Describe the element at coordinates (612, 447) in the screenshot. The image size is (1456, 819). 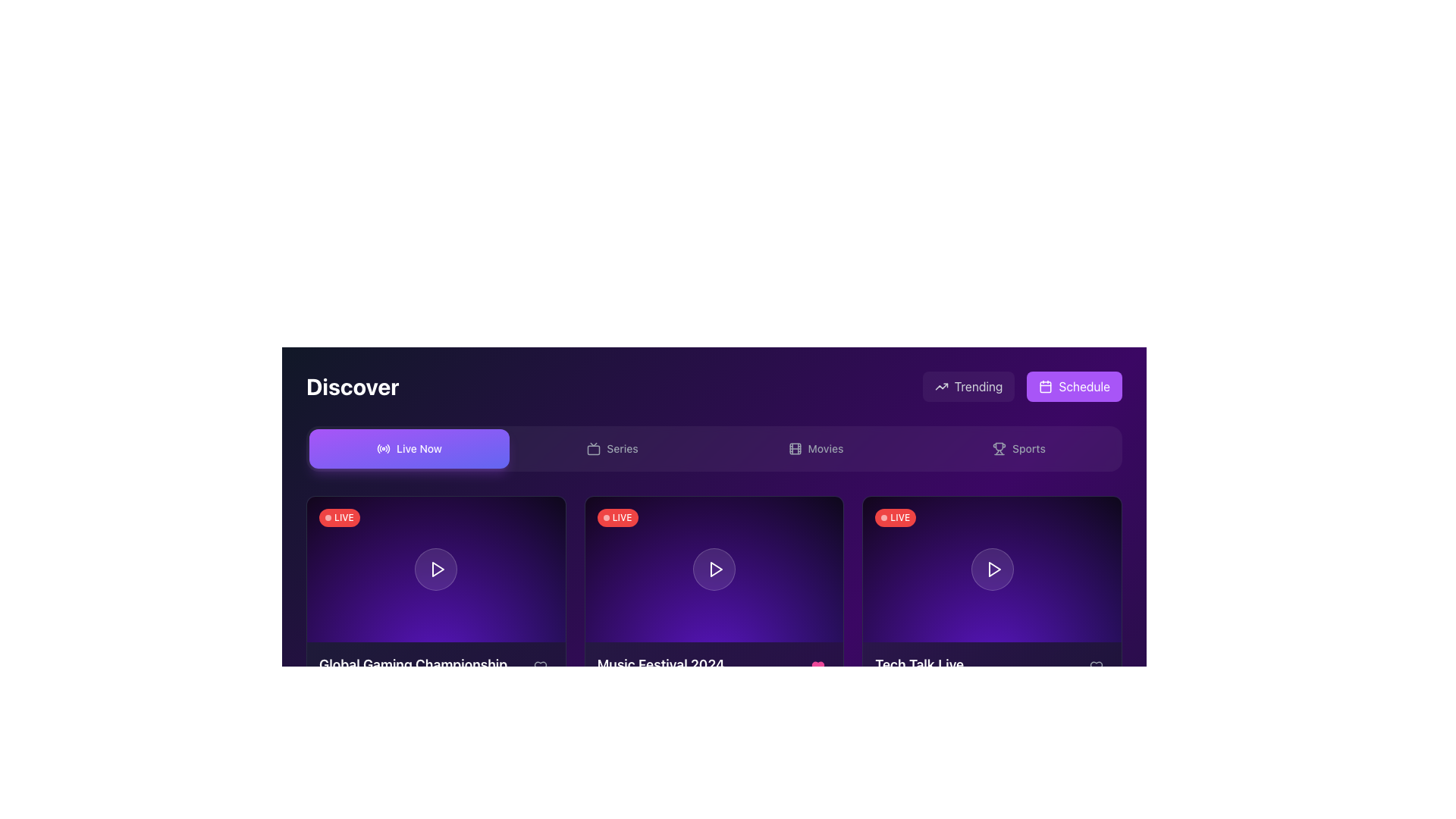
I see `the 'Series' button, which is the second button in a group of four navigation buttons located below the main header` at that location.